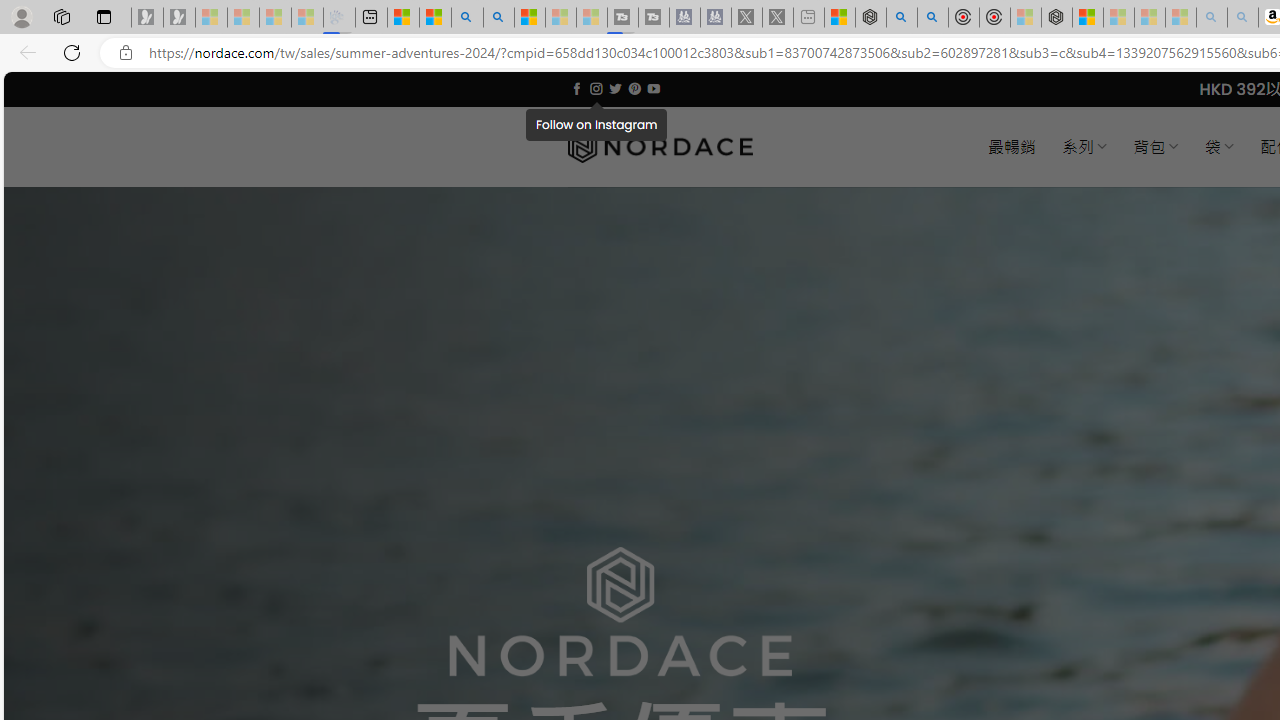 The width and height of the screenshot is (1280, 720). Describe the element at coordinates (1056, 17) in the screenshot. I see `'Nordace - Nordace Siena Is Not An Ordinary Backpack'` at that location.